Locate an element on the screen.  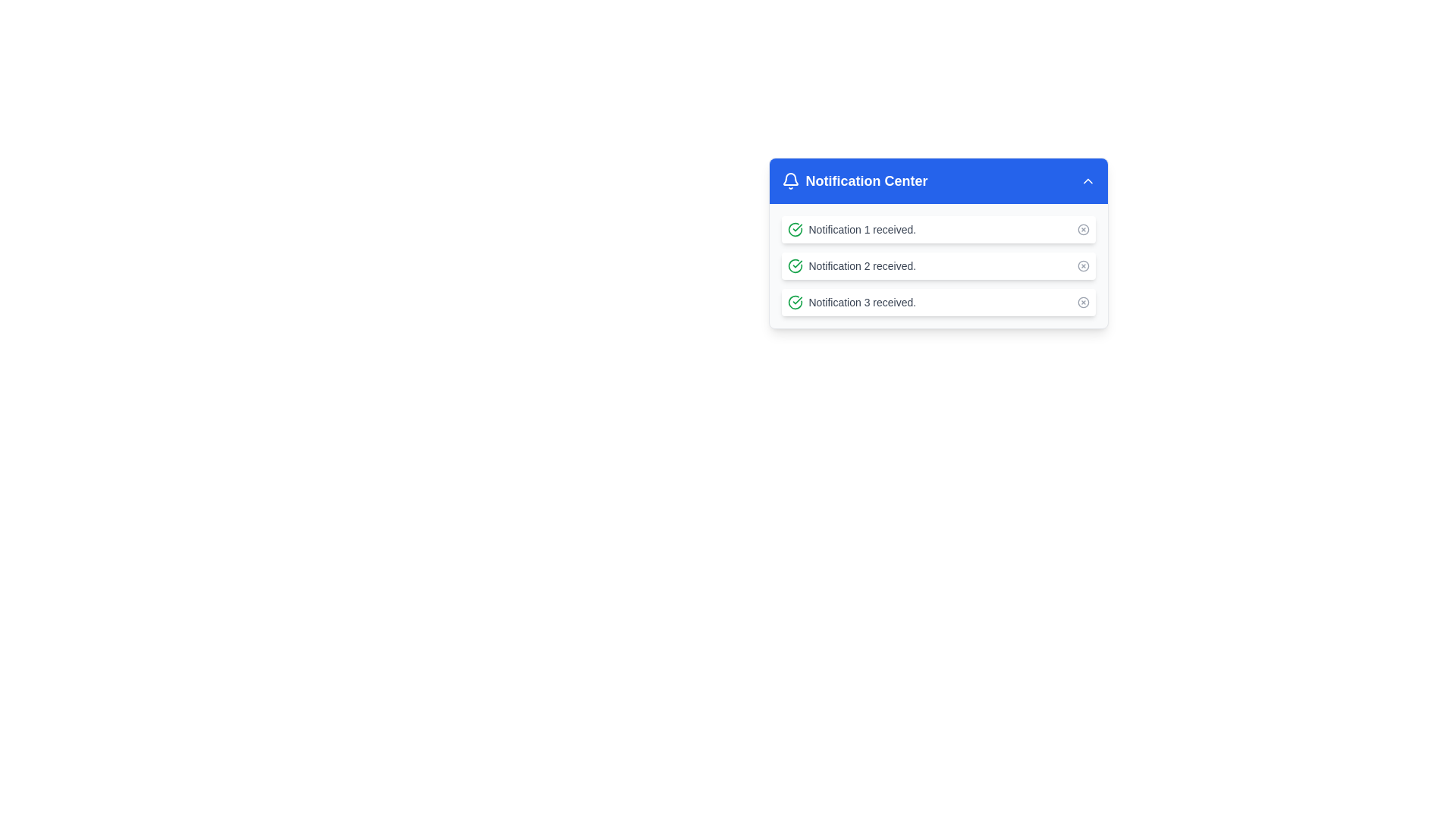
the small circular button with an 'X' mark icon located at the far right of the 'Notification 2 received.' notification item in the notification panel is located at coordinates (1082, 265).